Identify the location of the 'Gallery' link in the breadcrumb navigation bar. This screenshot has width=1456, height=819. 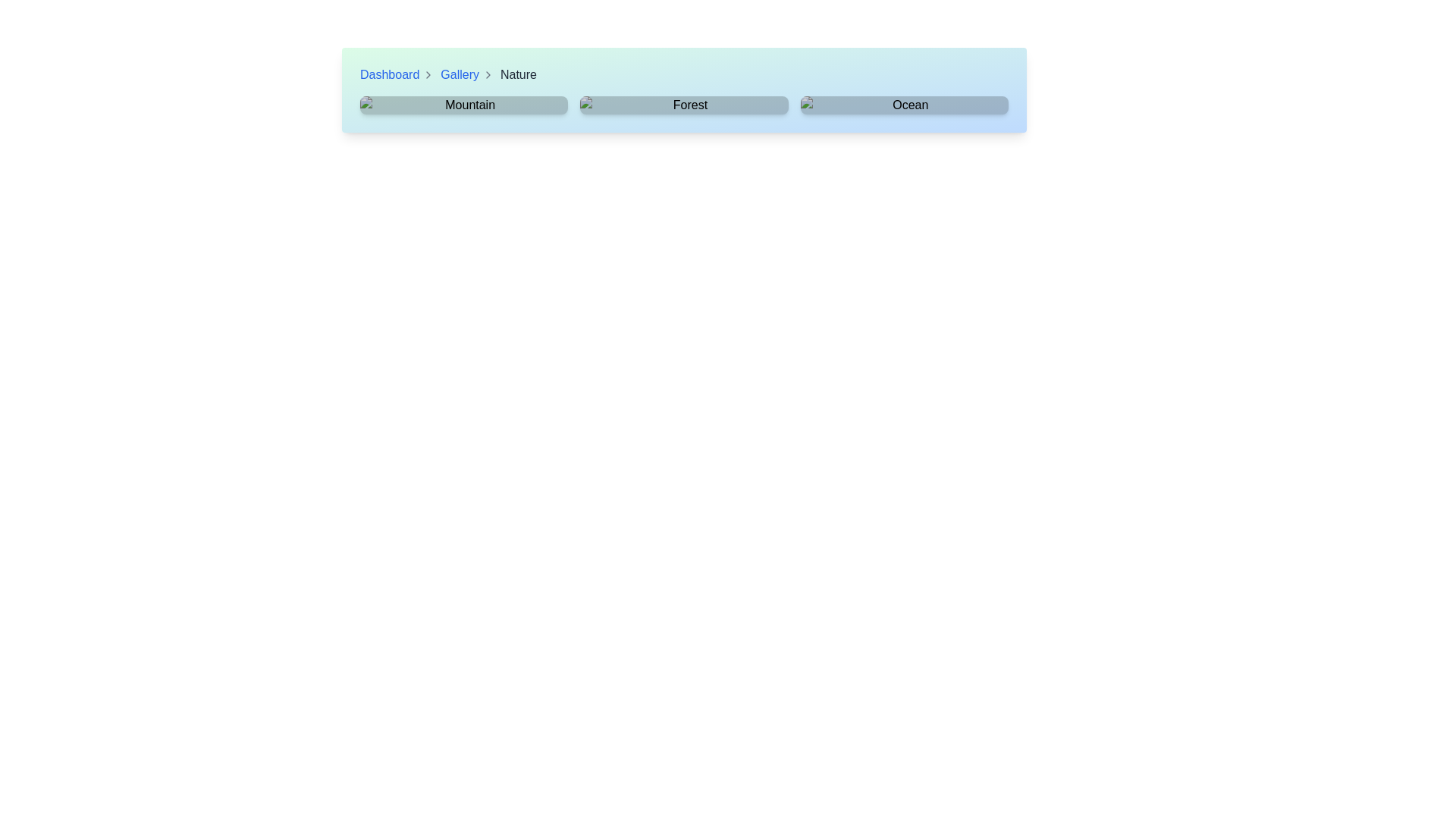
(466, 75).